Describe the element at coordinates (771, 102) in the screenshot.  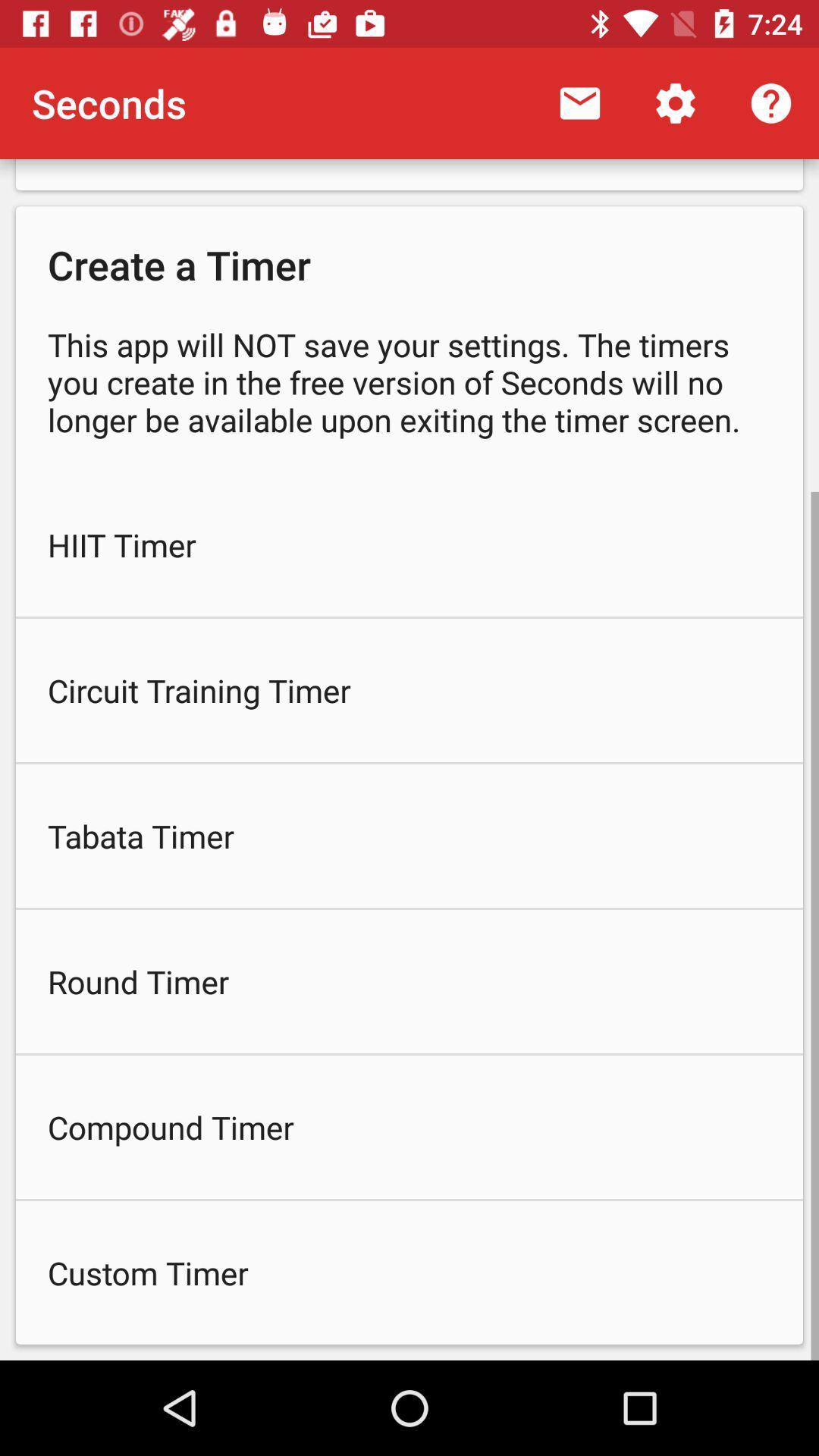
I see `item above create a timer icon` at that location.